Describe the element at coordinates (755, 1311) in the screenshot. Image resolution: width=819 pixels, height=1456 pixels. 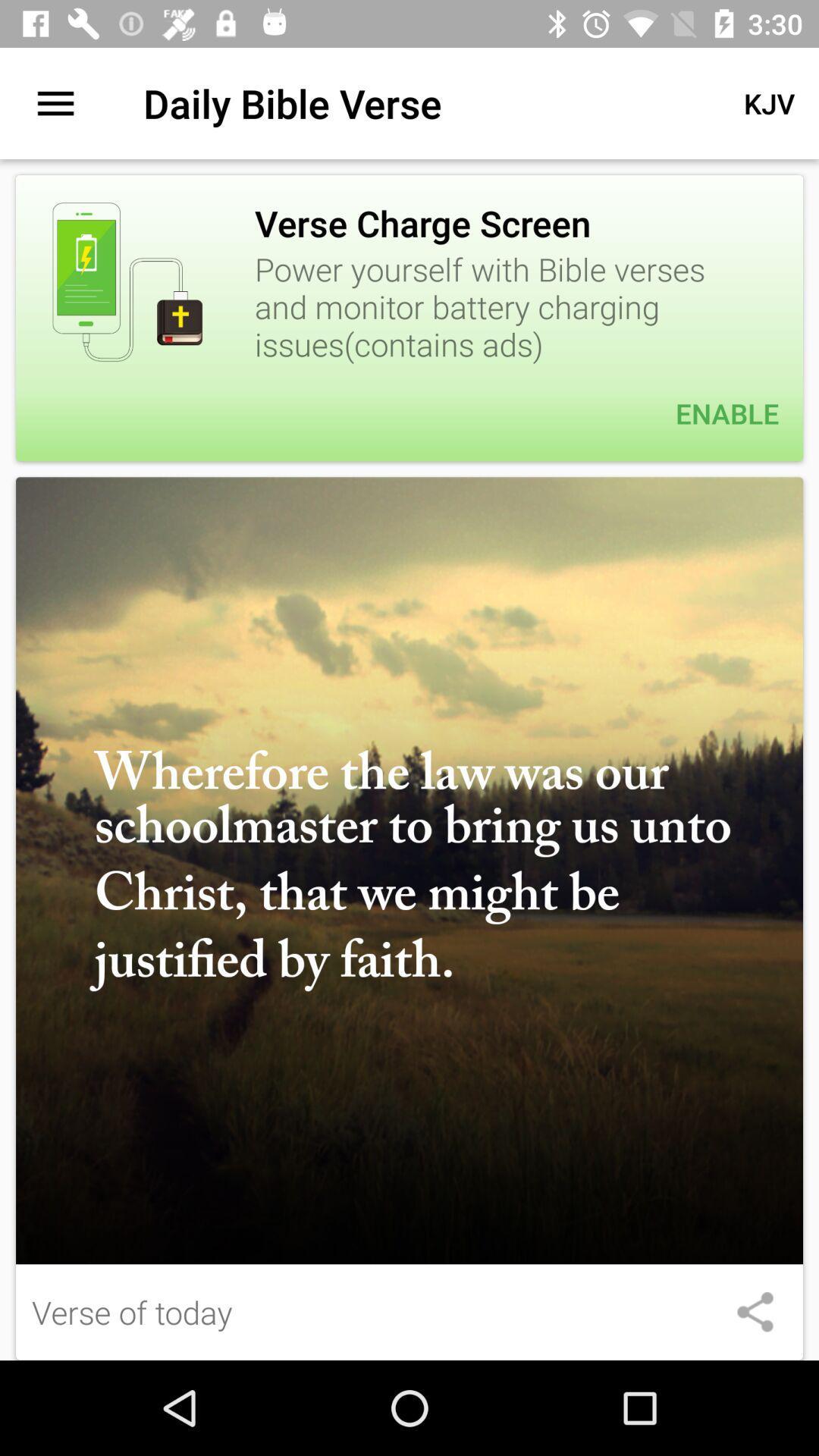
I see `the item next to the verse of today item` at that location.